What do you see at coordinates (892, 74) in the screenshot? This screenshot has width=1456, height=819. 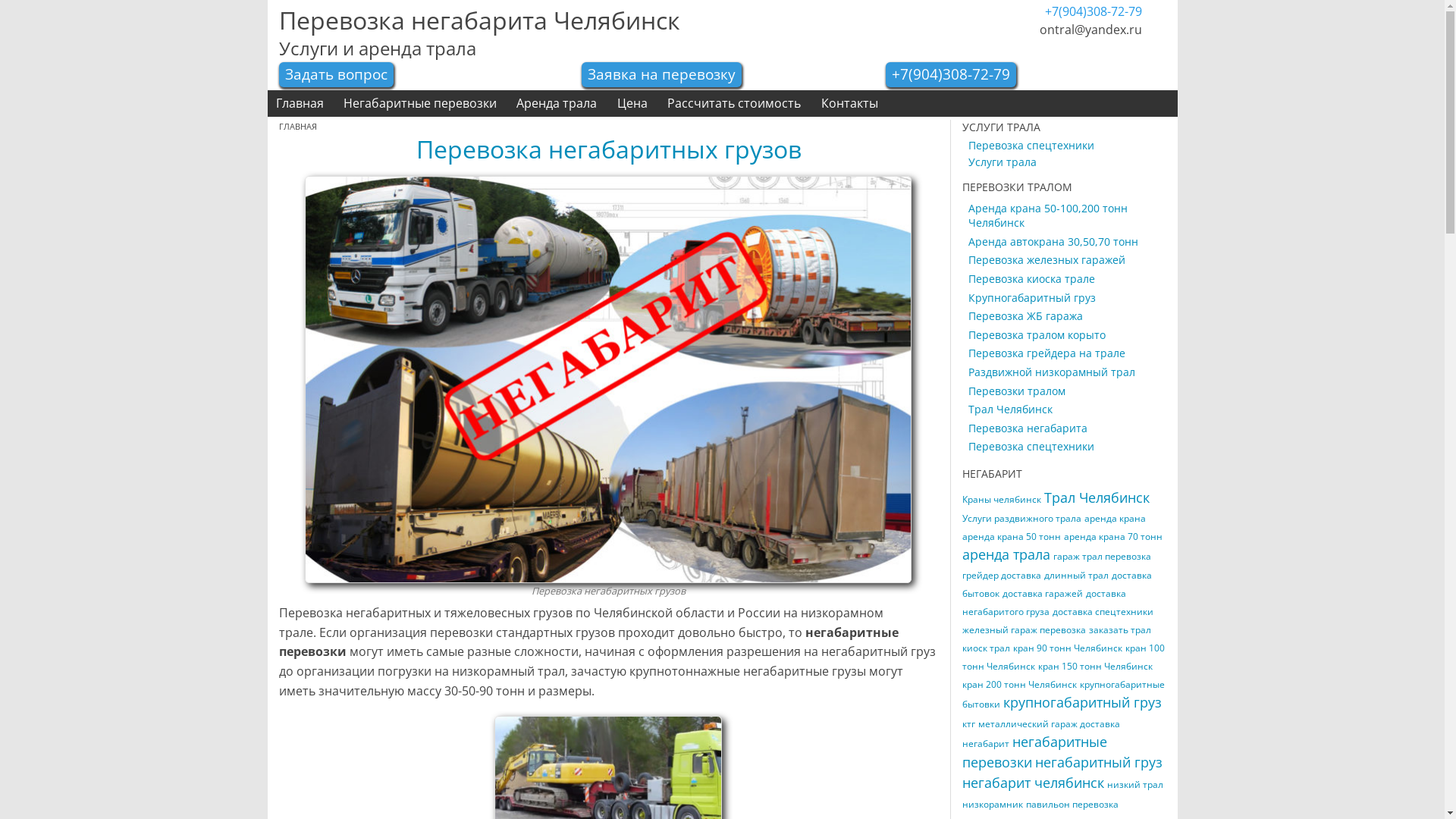 I see `'+7(904)308-72-79'` at bounding box center [892, 74].